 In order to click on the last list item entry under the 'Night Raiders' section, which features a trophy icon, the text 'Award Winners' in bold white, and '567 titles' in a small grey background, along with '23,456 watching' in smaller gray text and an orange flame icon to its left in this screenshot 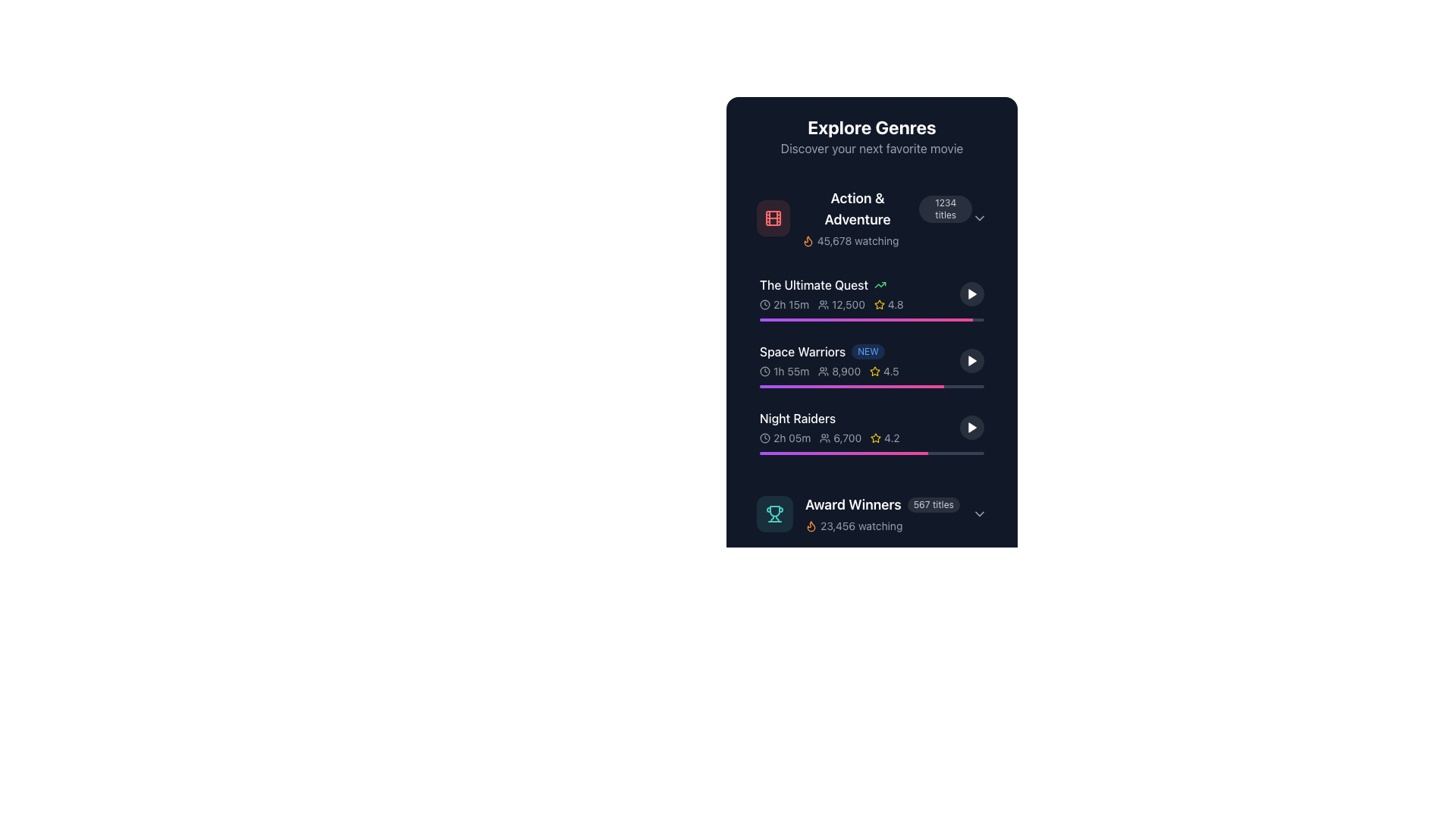, I will do `click(864, 513)`.